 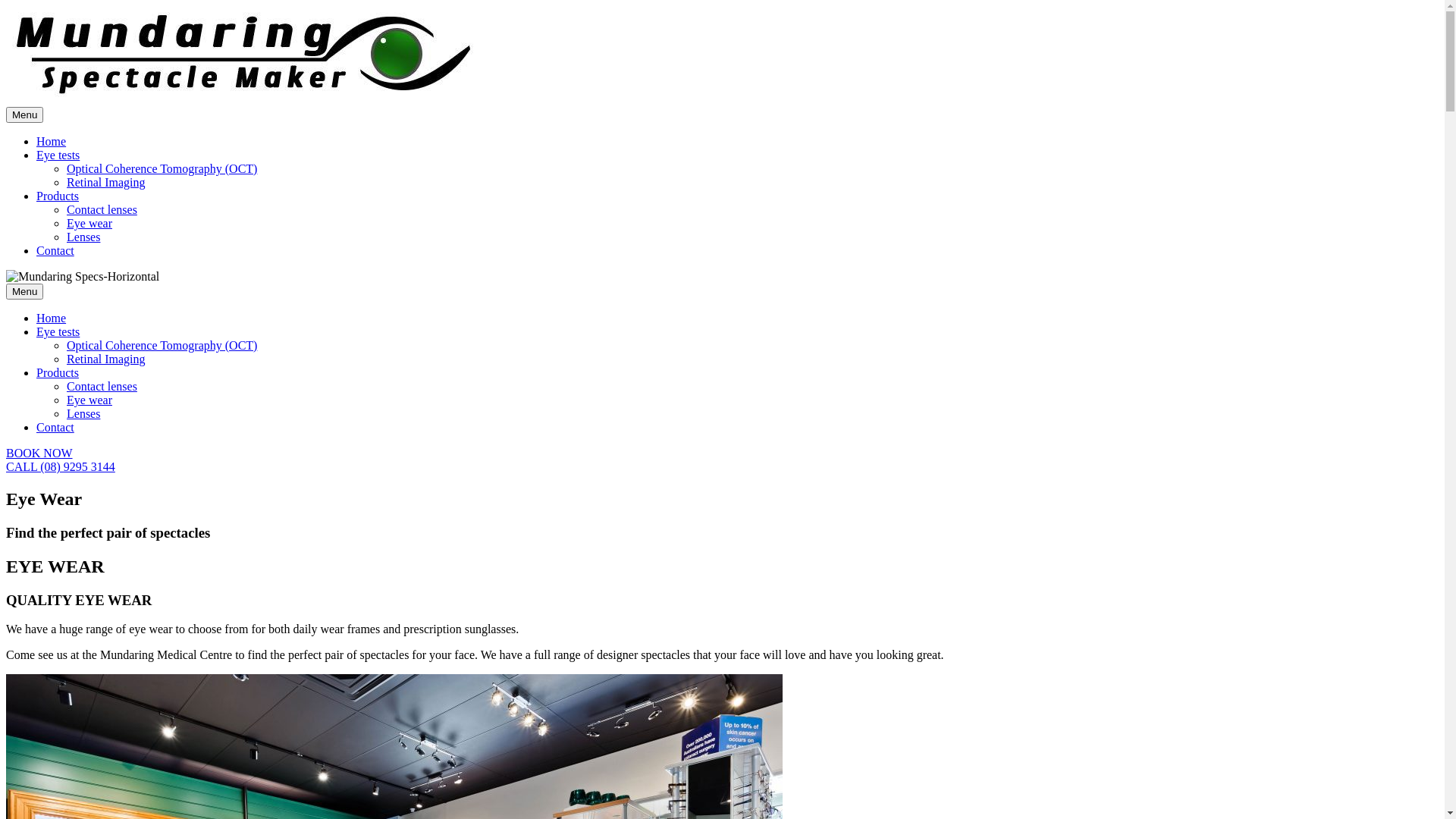 I want to click on 'Eye wear', so click(x=89, y=399).